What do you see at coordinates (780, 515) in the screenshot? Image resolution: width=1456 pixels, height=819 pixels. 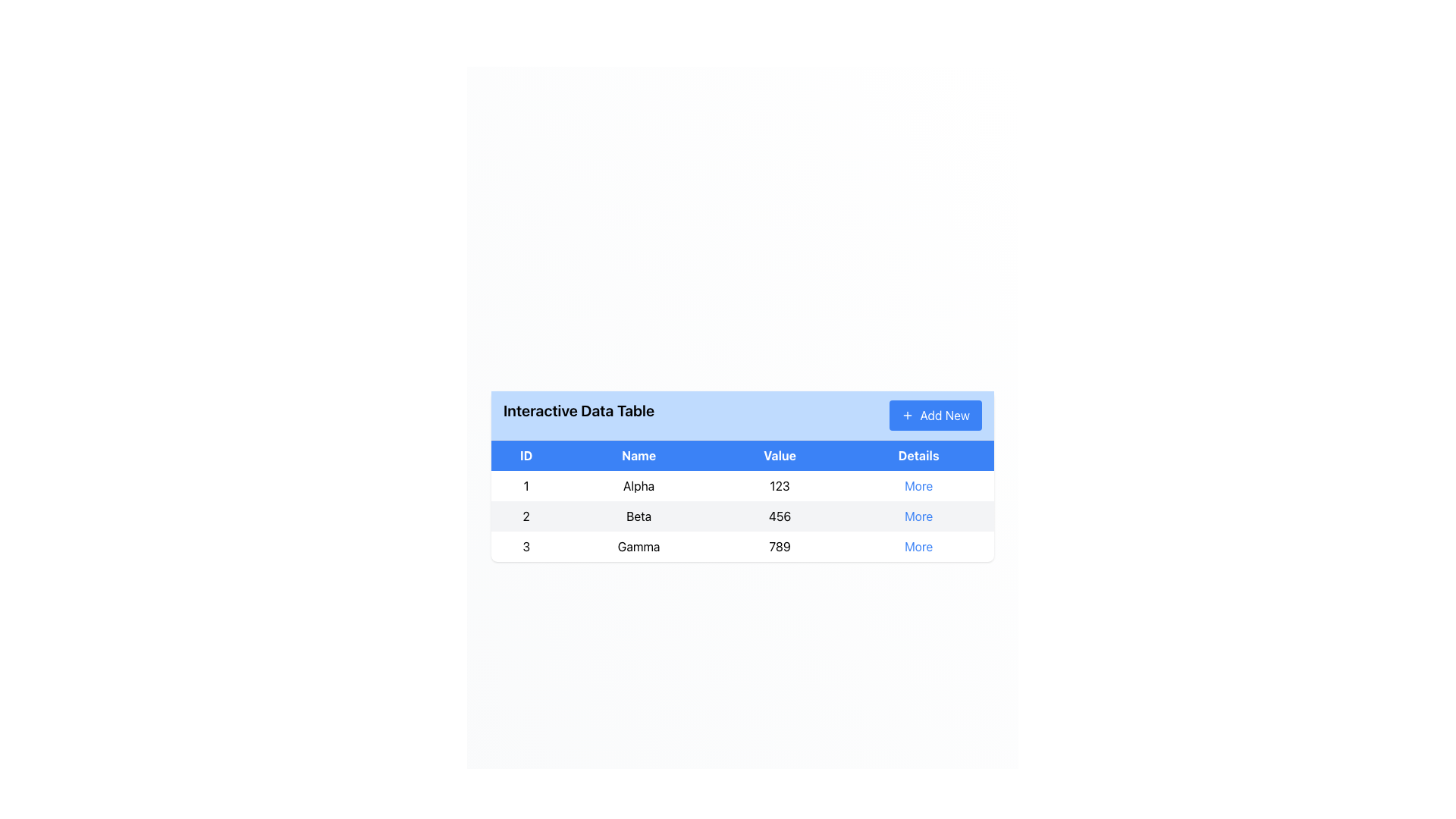 I see `the static text label displaying the numeric value '456' located in the second row and third column of the table labeled 'Value'` at bounding box center [780, 515].